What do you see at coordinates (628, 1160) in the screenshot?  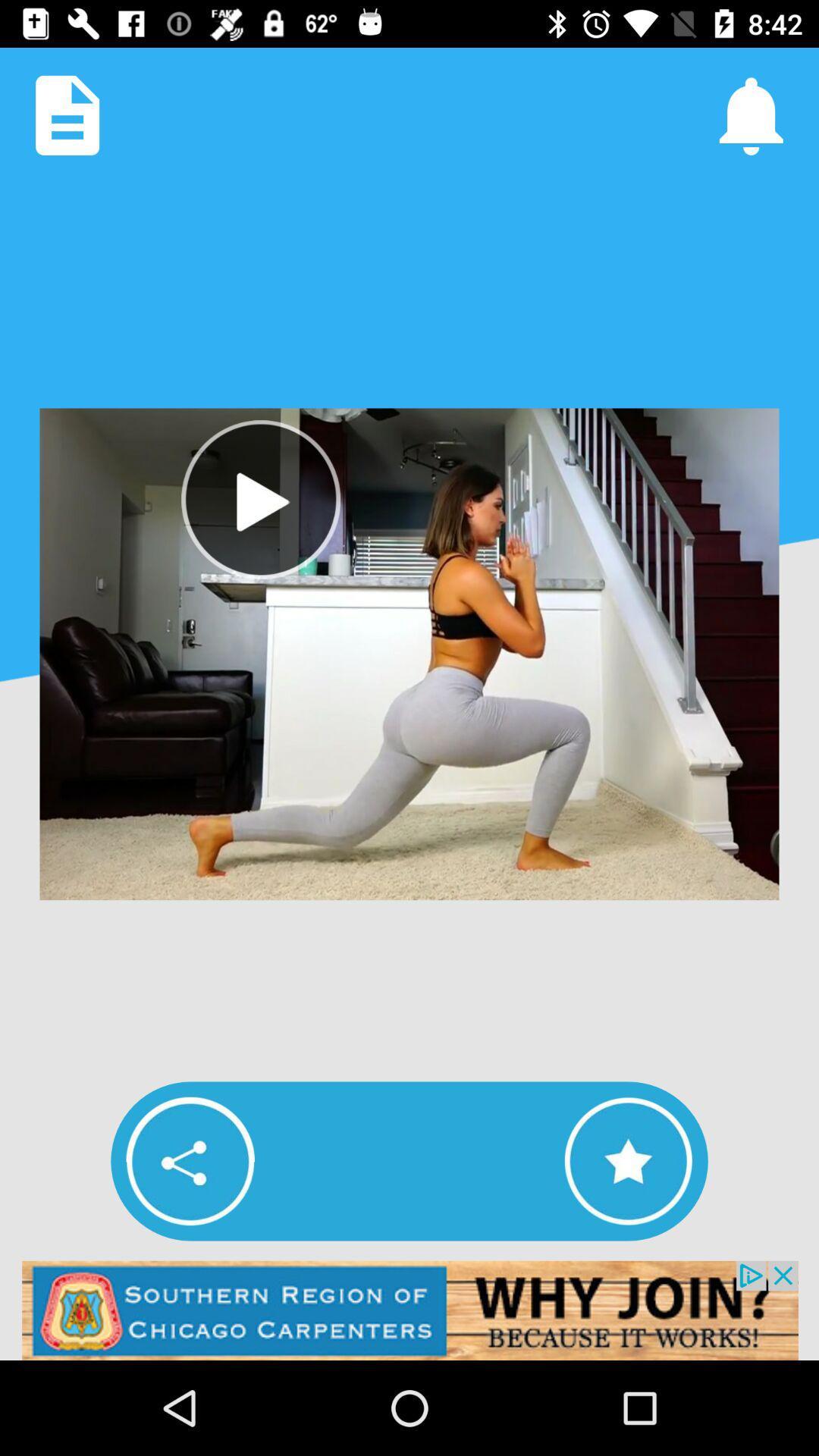 I see `video to favorites` at bounding box center [628, 1160].